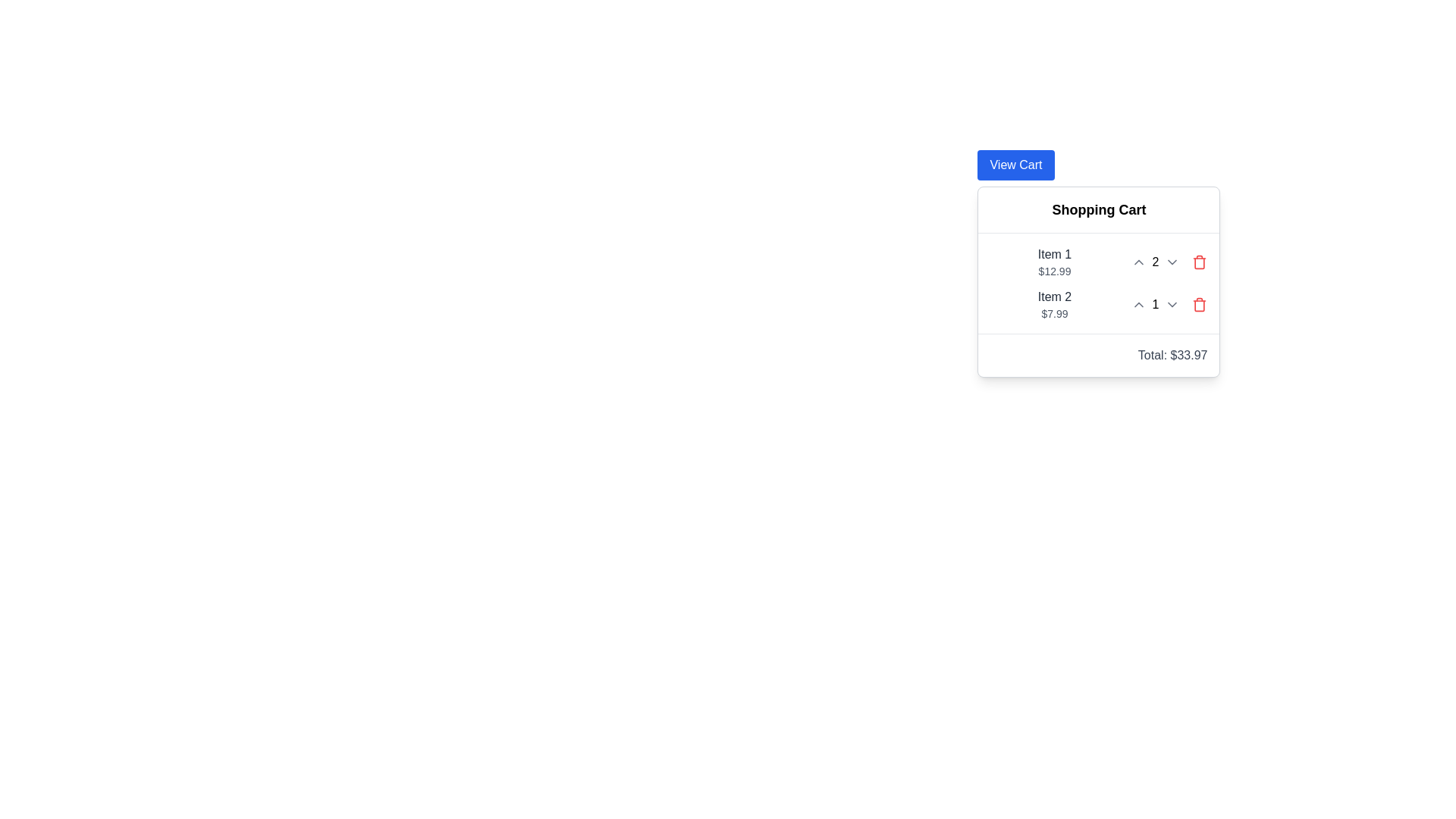 This screenshot has height=819, width=1456. Describe the element at coordinates (1054, 312) in the screenshot. I see `the static text displaying the price '$7.99', which is styled in a small font and gray color, located below the label 'Item 2' in the shopping cart interface` at that location.